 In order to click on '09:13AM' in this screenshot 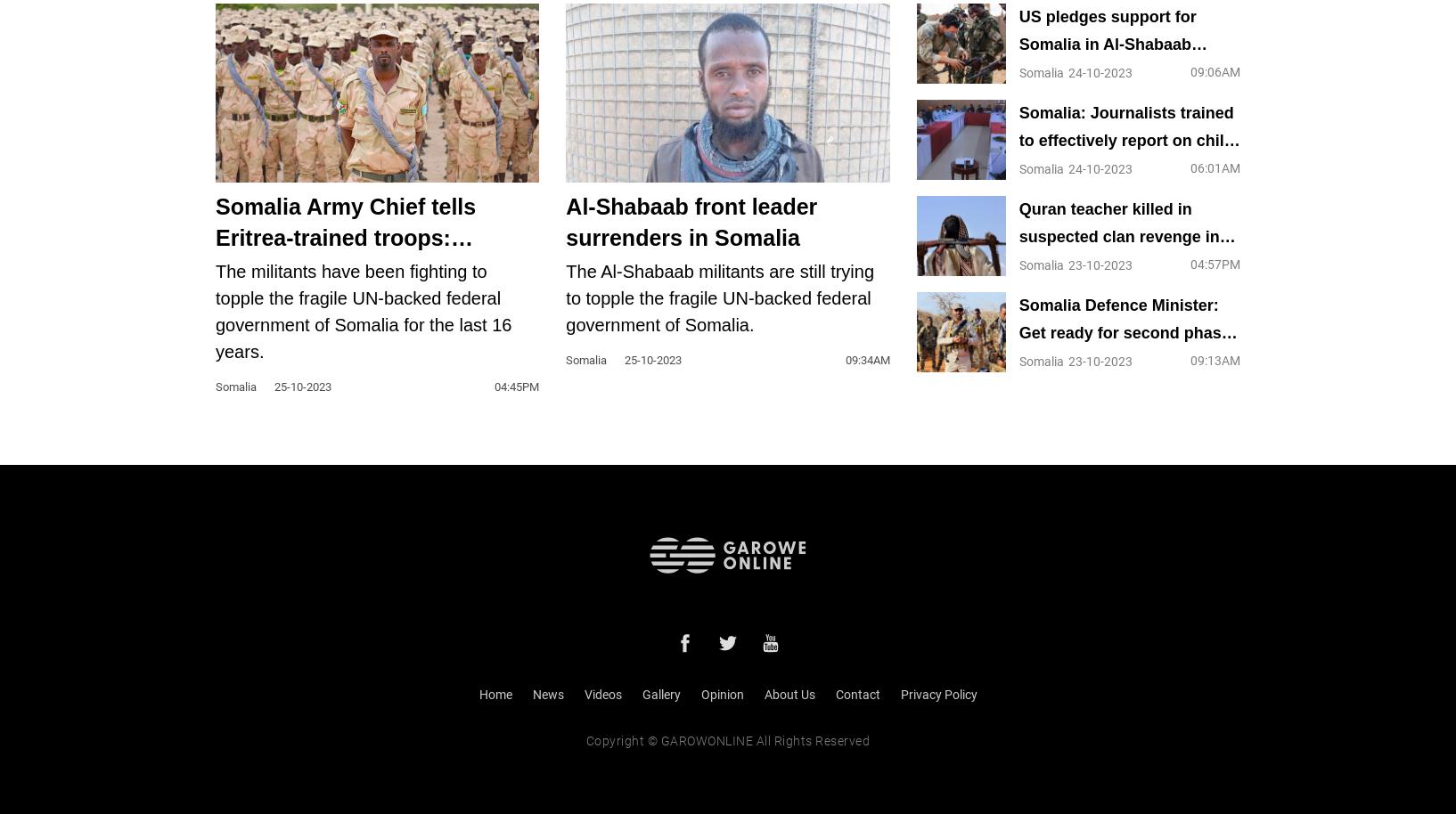, I will do `click(1188, 359)`.